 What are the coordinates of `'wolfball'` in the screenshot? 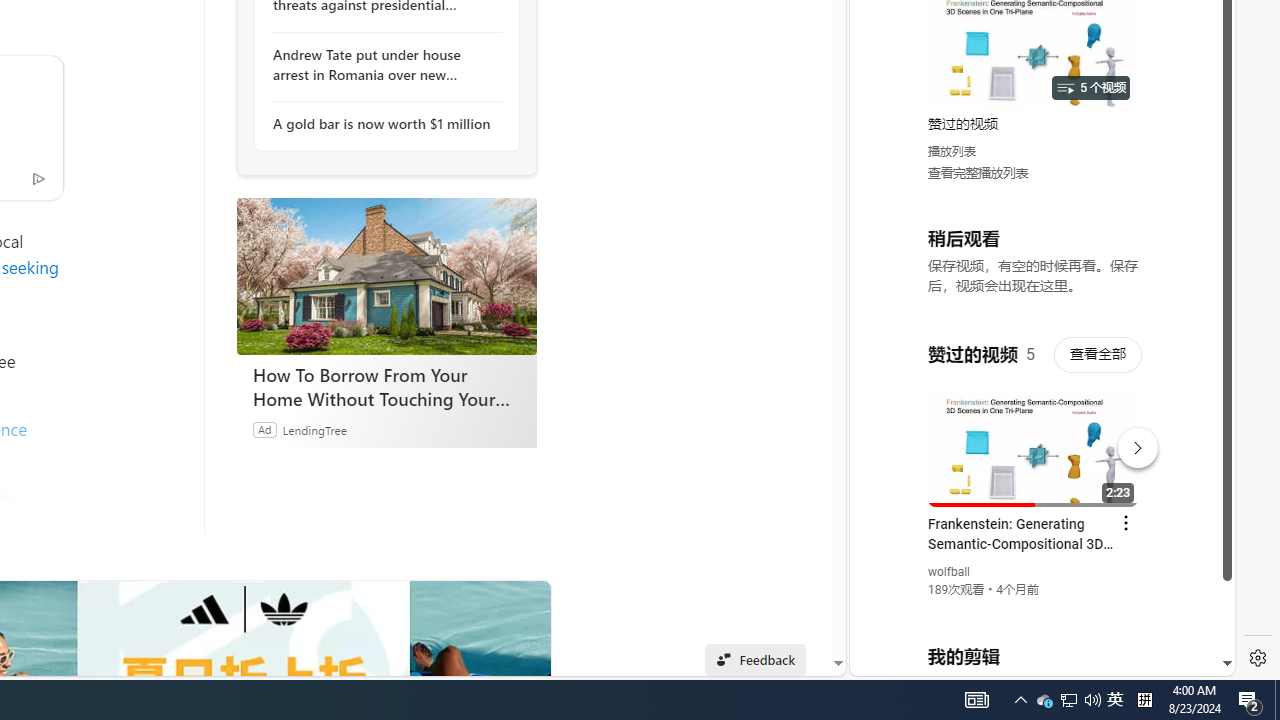 It's located at (948, 572).